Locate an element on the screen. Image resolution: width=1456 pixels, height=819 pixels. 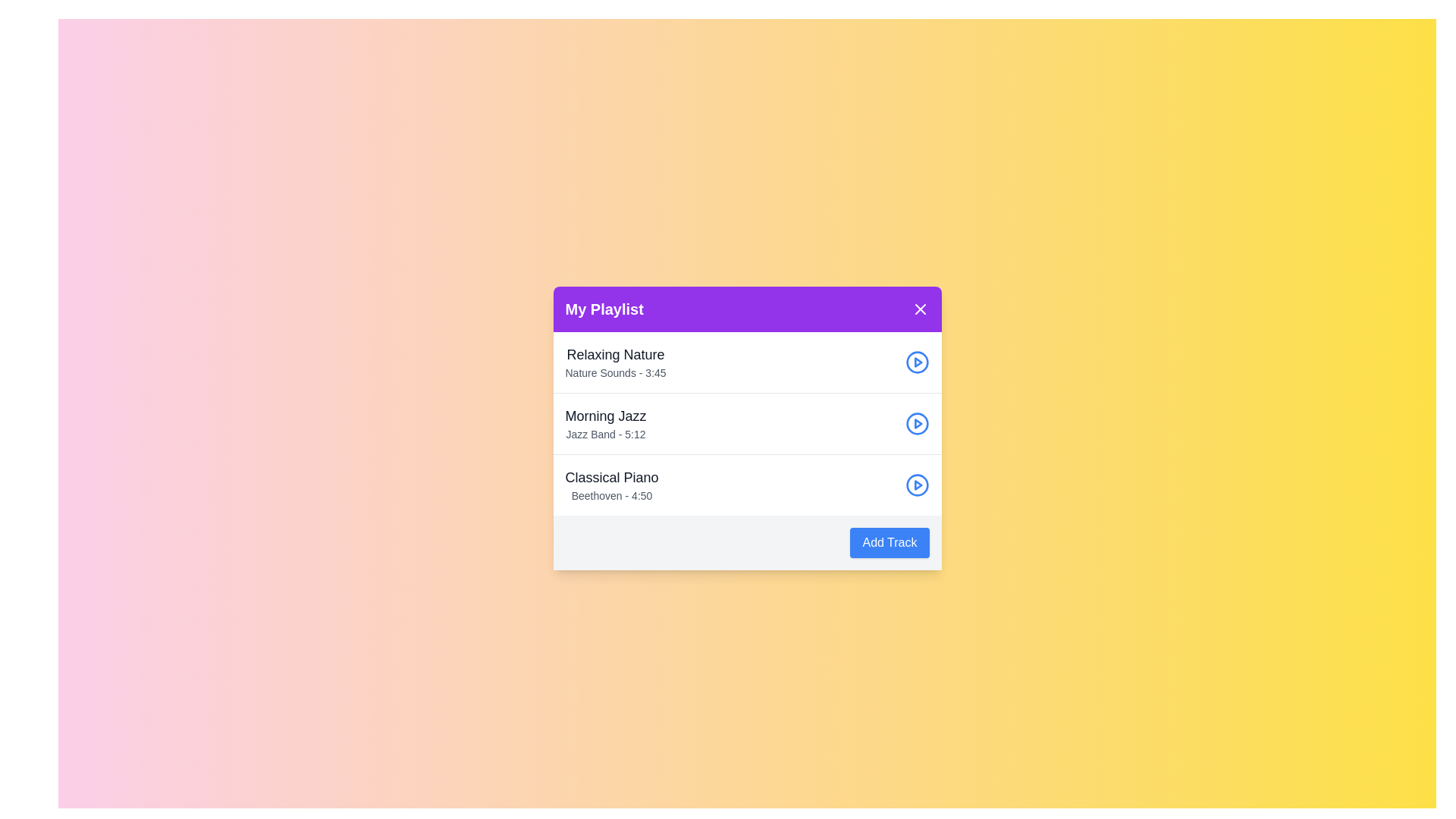
the play icon of the song titled 'Morning Jazz' is located at coordinates (916, 424).